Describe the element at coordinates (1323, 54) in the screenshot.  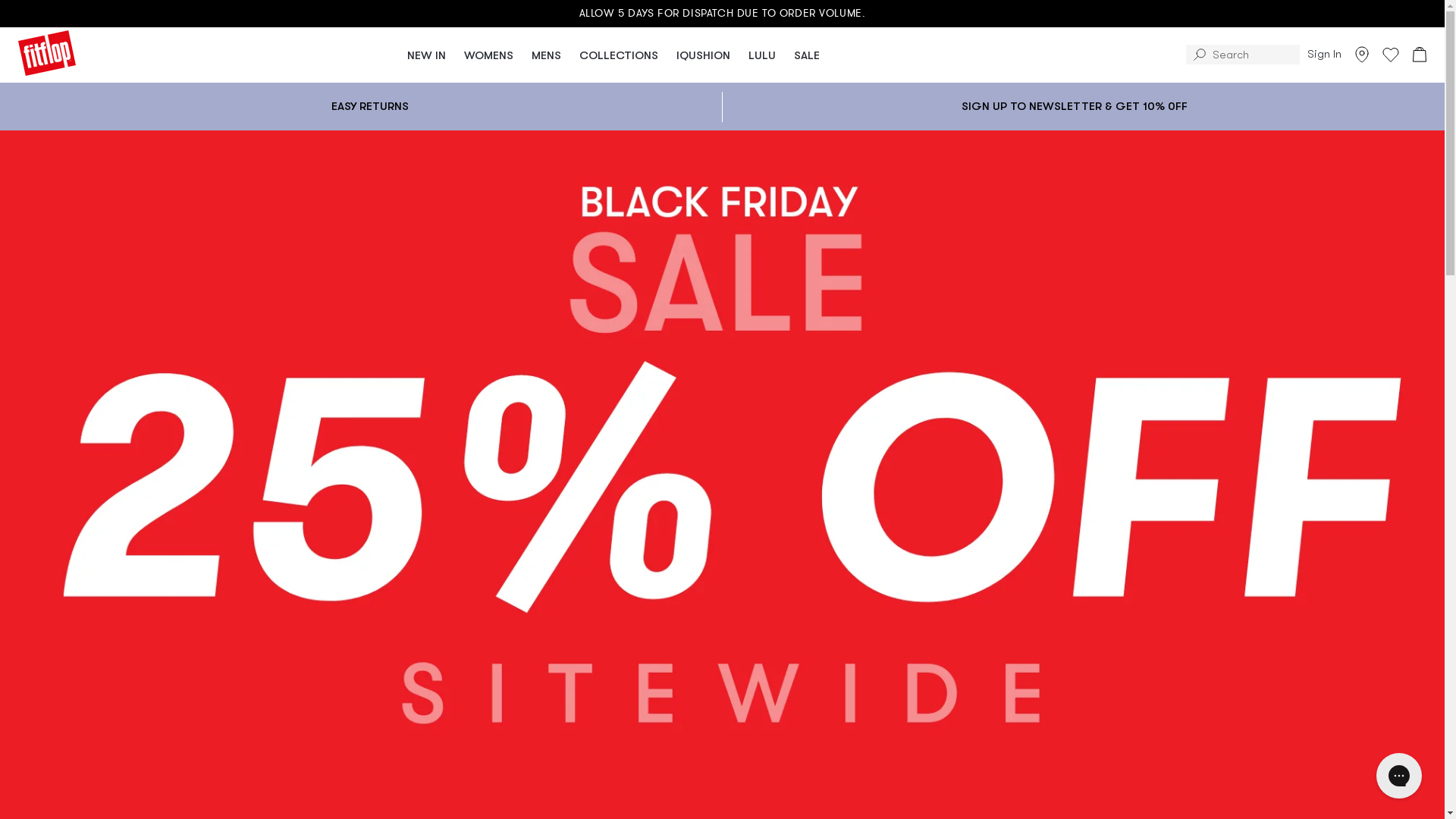
I see `'Sign In'` at that location.